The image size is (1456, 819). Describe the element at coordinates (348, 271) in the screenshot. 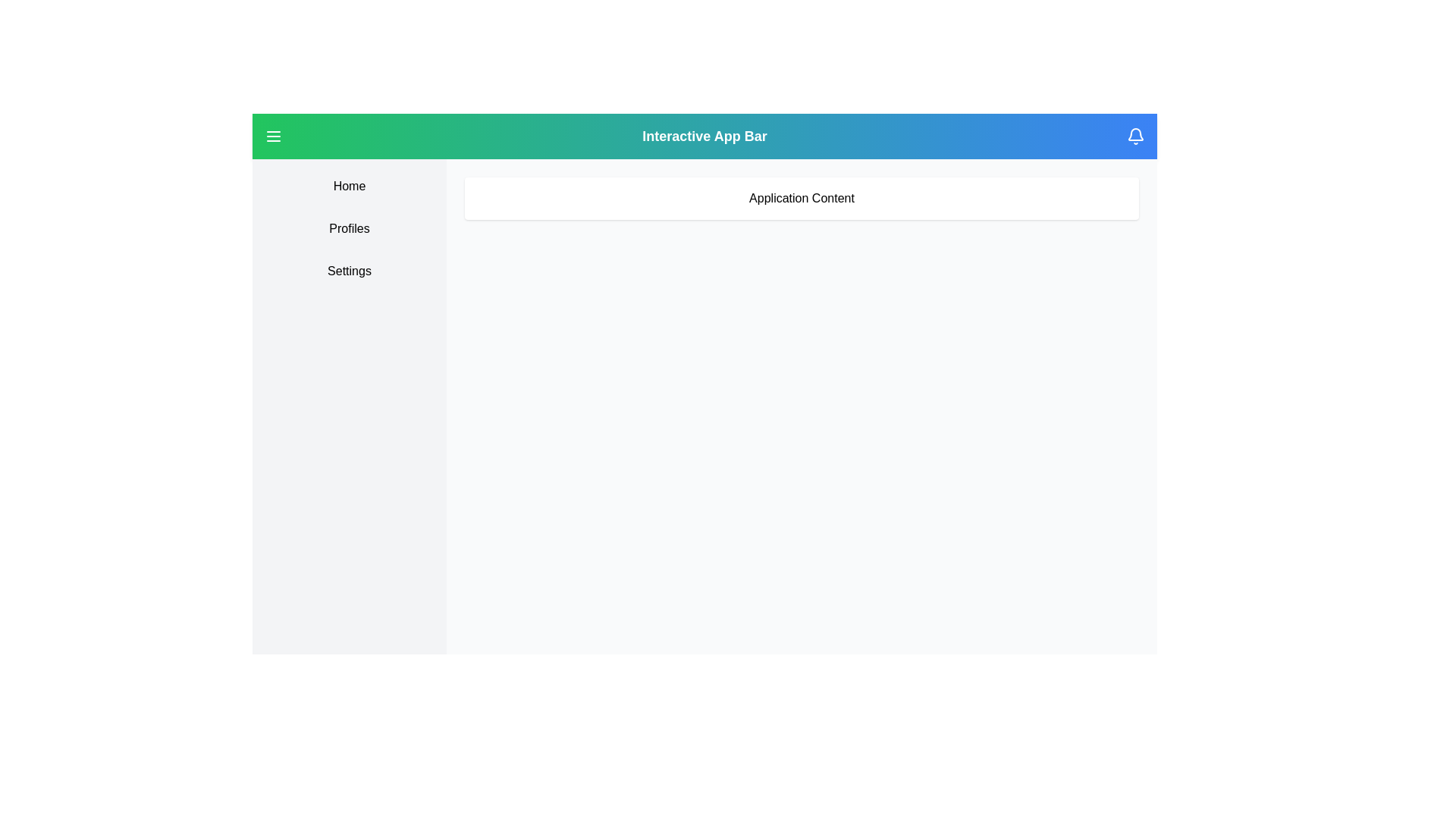

I see `the sidebar menu item Settings to navigate to the corresponding section` at that location.